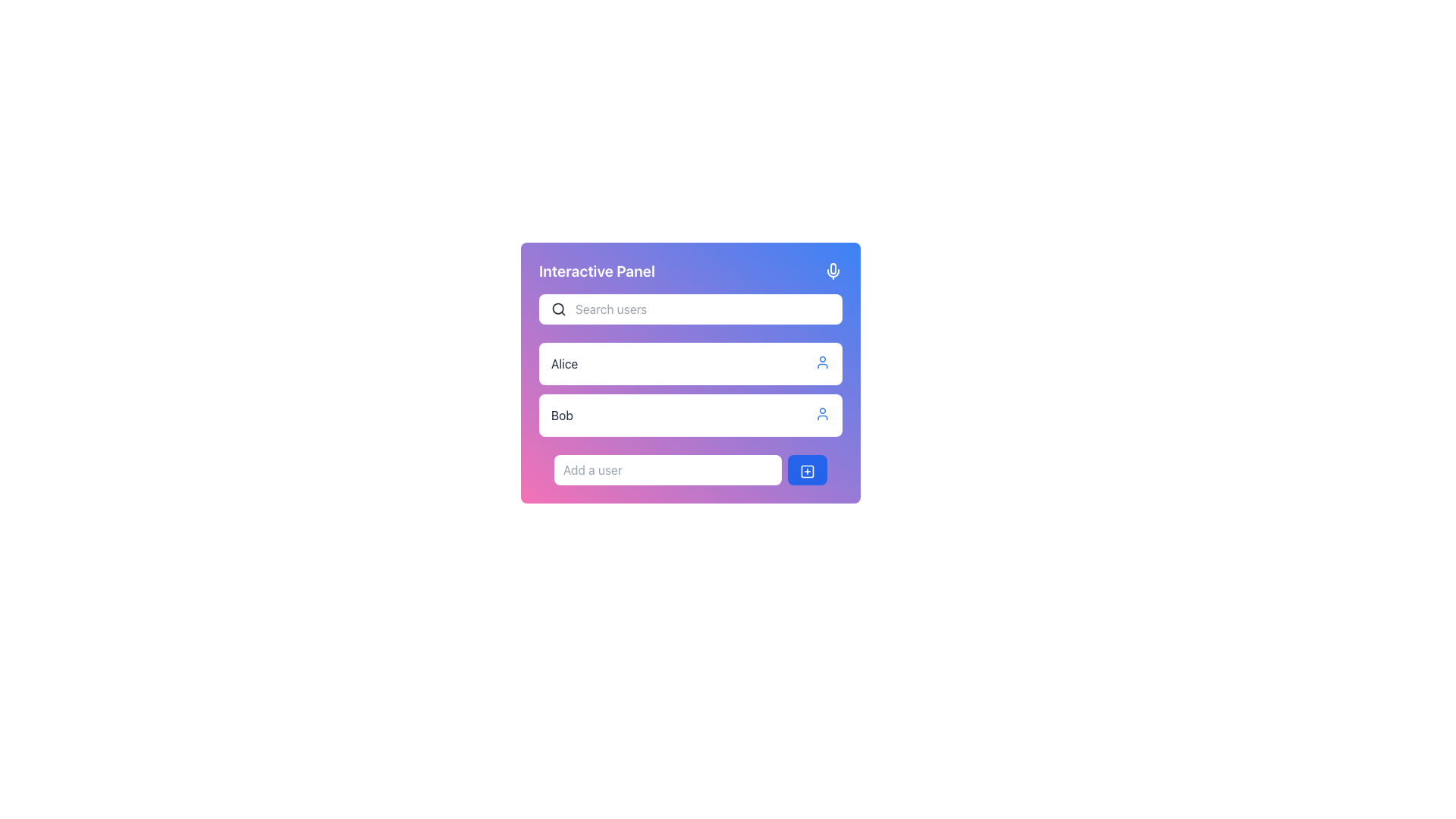 This screenshot has height=819, width=1456. What do you see at coordinates (596, 271) in the screenshot?
I see `the Label that serves as the title for the gradient-themed panel, positioned horizontally aligned to the left and above the search bar` at bounding box center [596, 271].